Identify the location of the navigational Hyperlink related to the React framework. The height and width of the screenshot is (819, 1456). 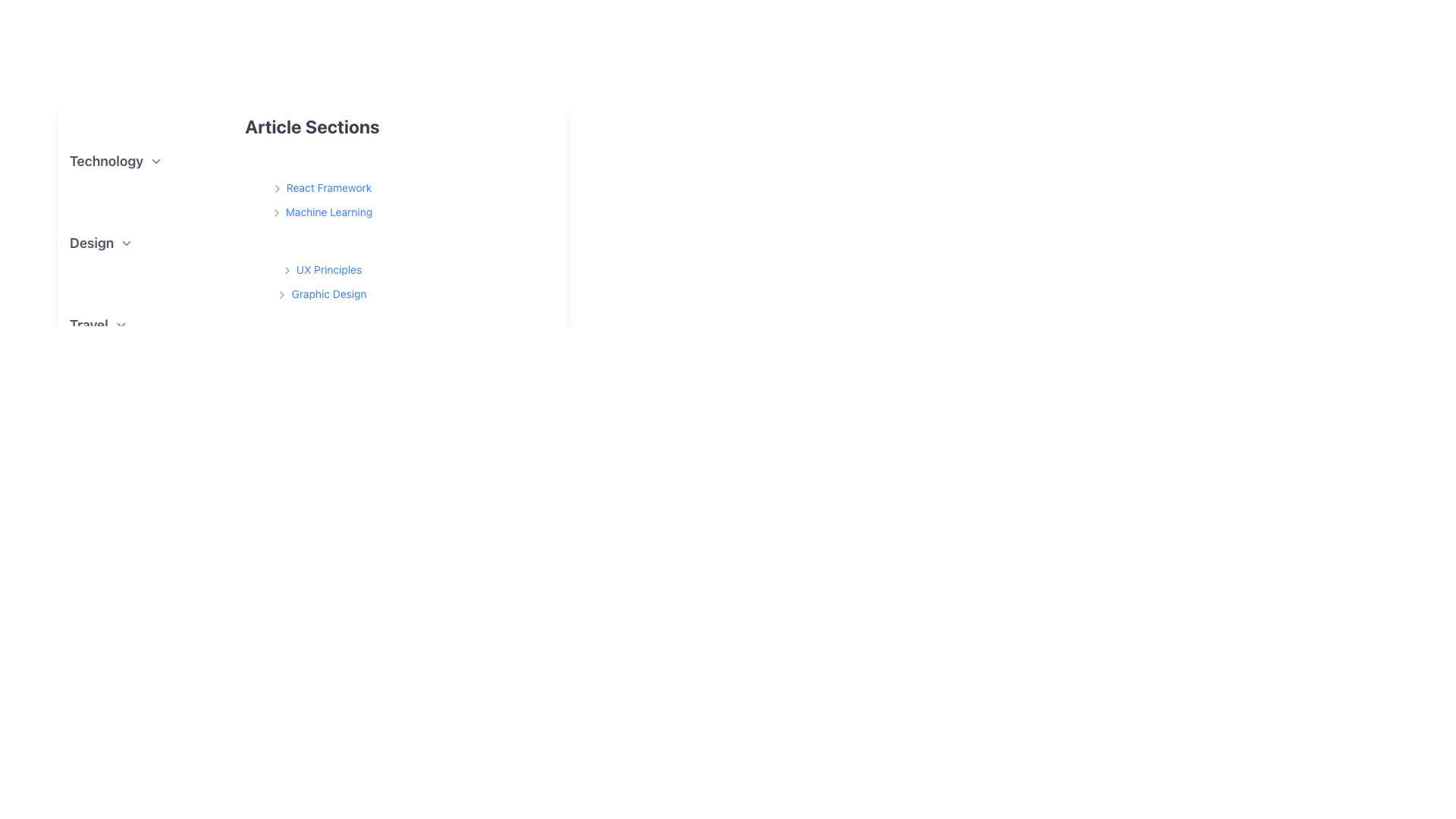
(320, 187).